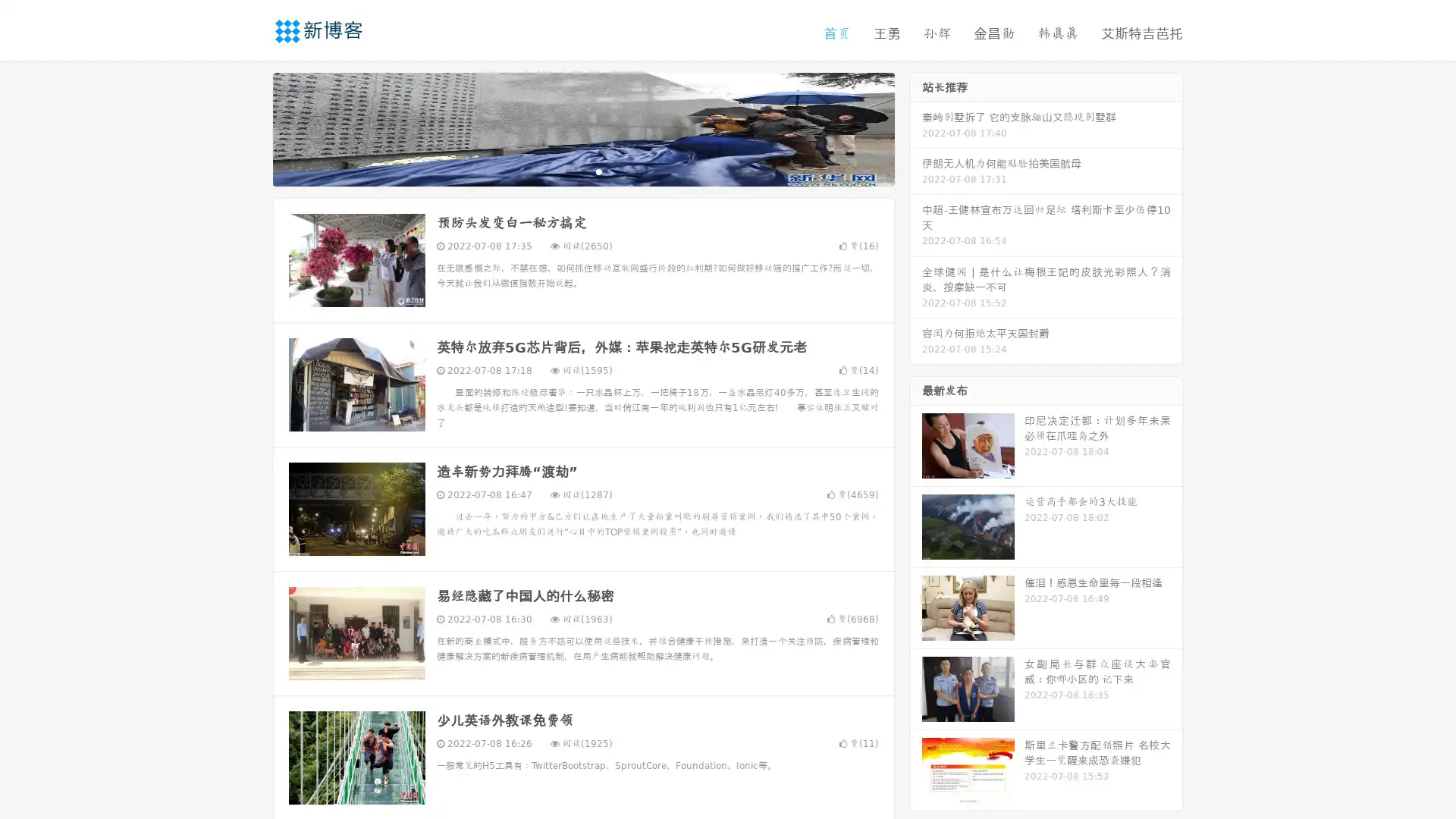 The height and width of the screenshot is (819, 1456). What do you see at coordinates (916, 127) in the screenshot?
I see `Next slide` at bounding box center [916, 127].